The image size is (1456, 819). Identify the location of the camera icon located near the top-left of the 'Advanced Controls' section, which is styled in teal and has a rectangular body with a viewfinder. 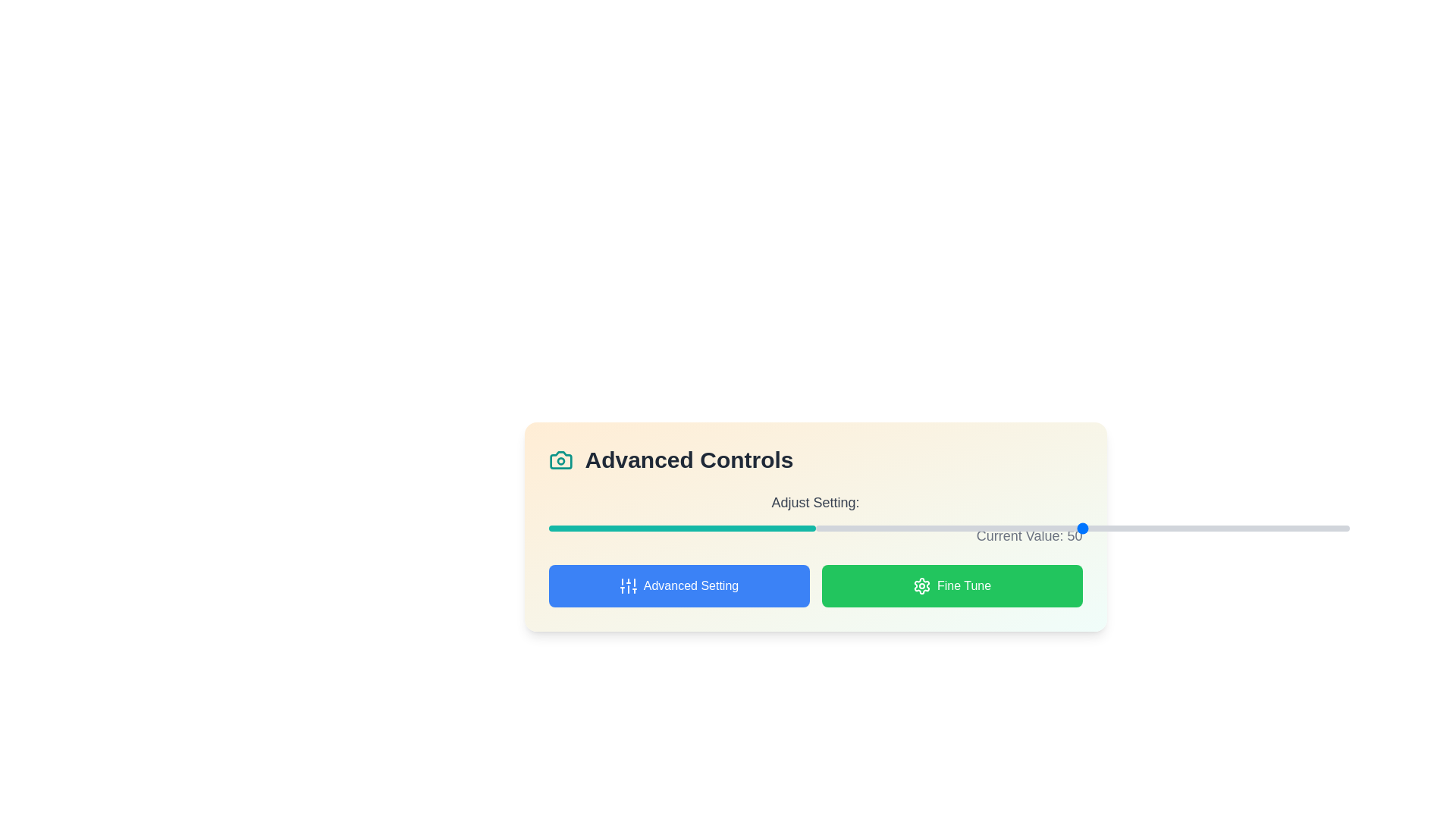
(560, 459).